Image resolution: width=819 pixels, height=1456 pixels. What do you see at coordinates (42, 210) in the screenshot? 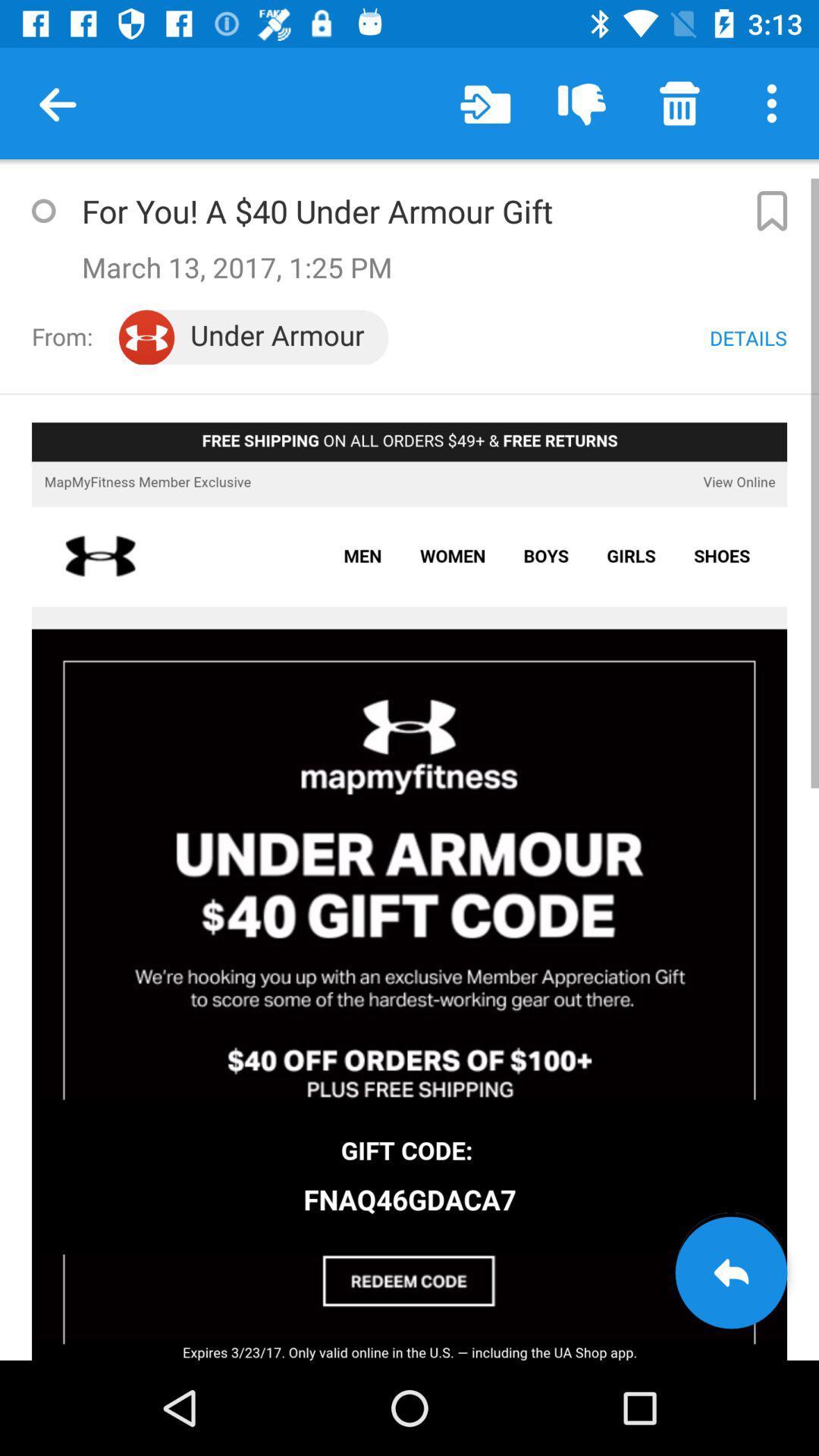
I see `option` at bounding box center [42, 210].